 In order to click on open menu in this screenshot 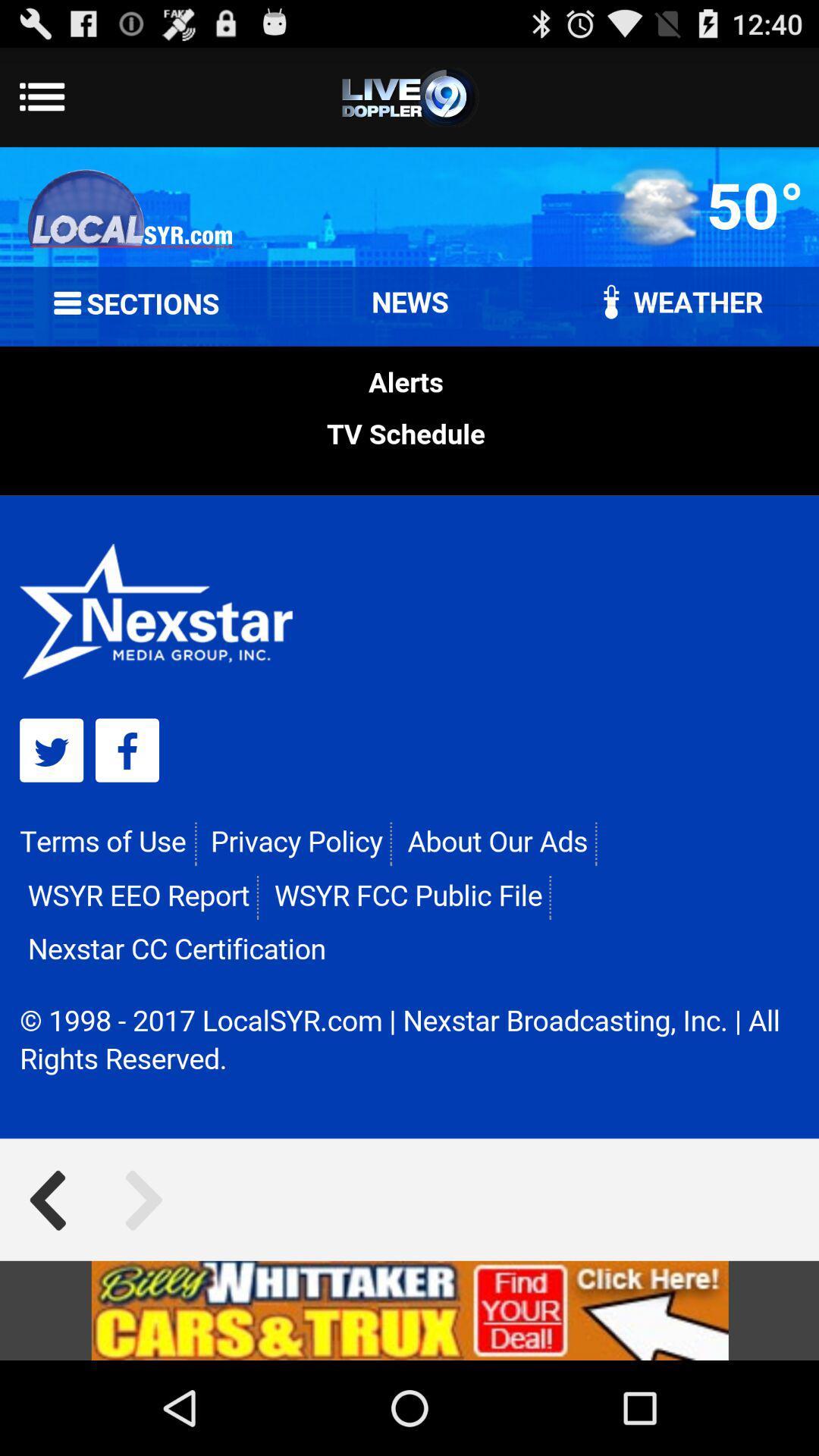, I will do `click(409, 96)`.